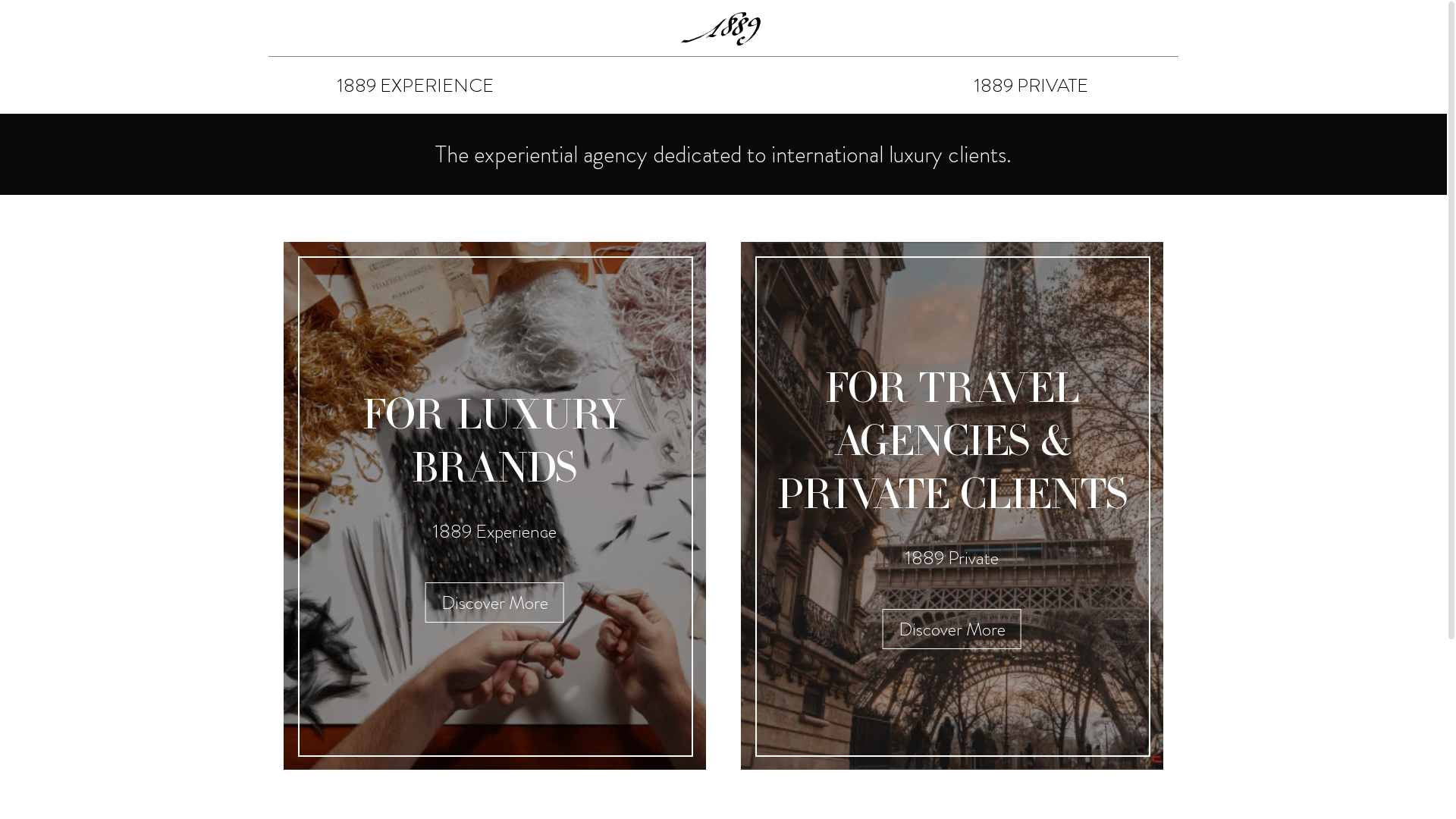 The image size is (1456, 819). I want to click on 'Discover More', so click(882, 629).